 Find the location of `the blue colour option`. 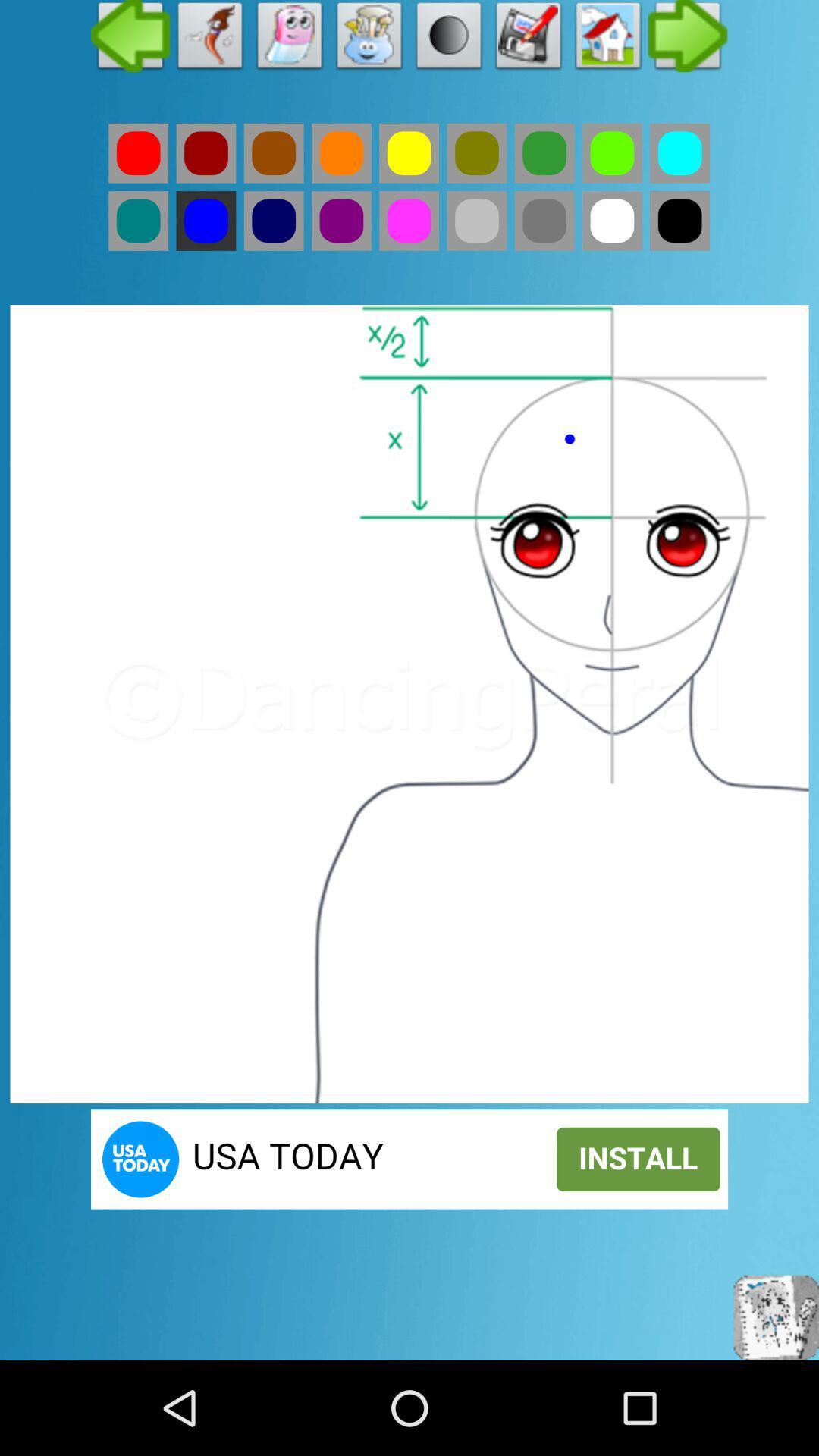

the blue colour option is located at coordinates (274, 220).